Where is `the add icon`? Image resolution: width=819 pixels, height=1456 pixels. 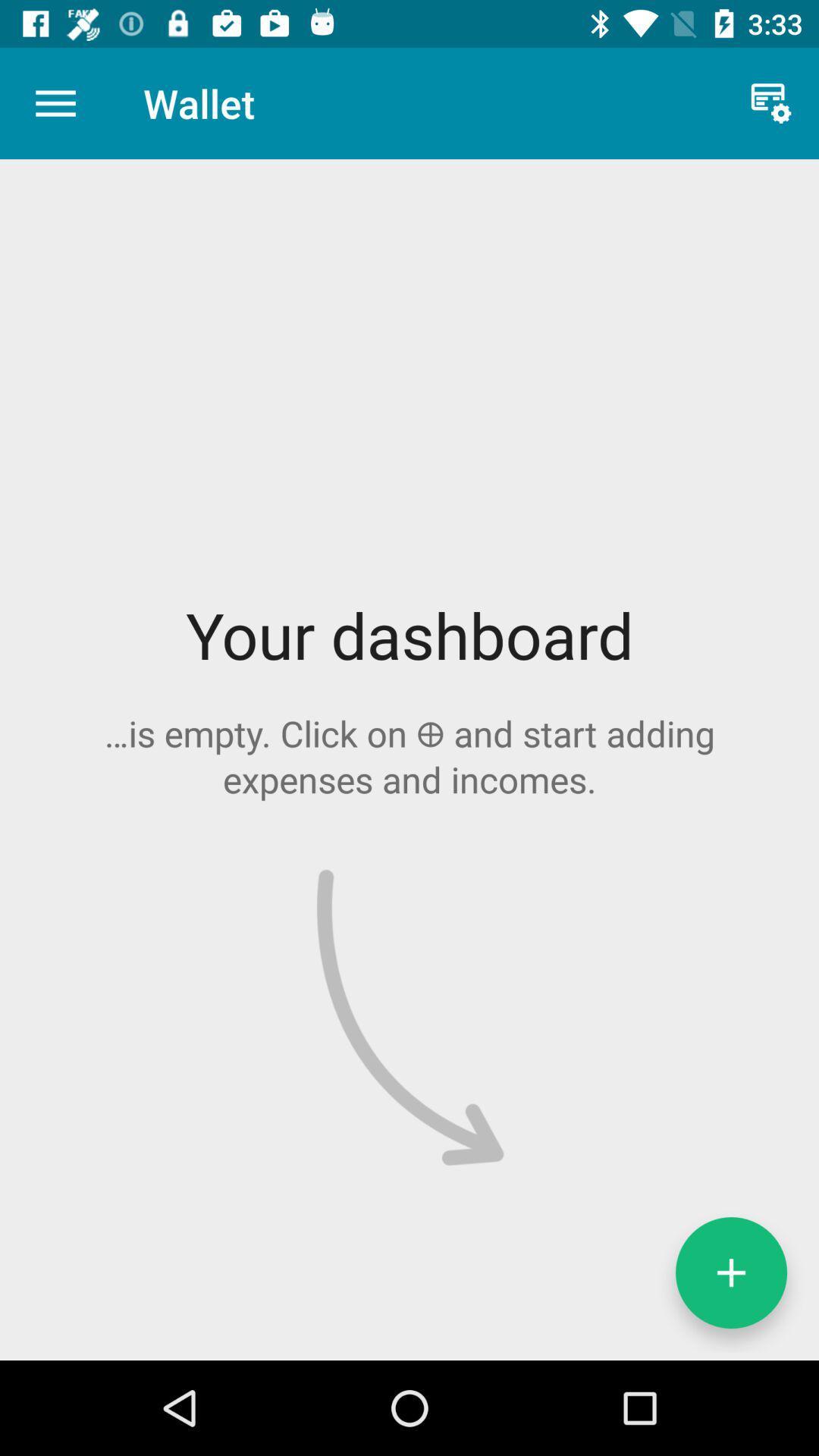
the add icon is located at coordinates (730, 1272).